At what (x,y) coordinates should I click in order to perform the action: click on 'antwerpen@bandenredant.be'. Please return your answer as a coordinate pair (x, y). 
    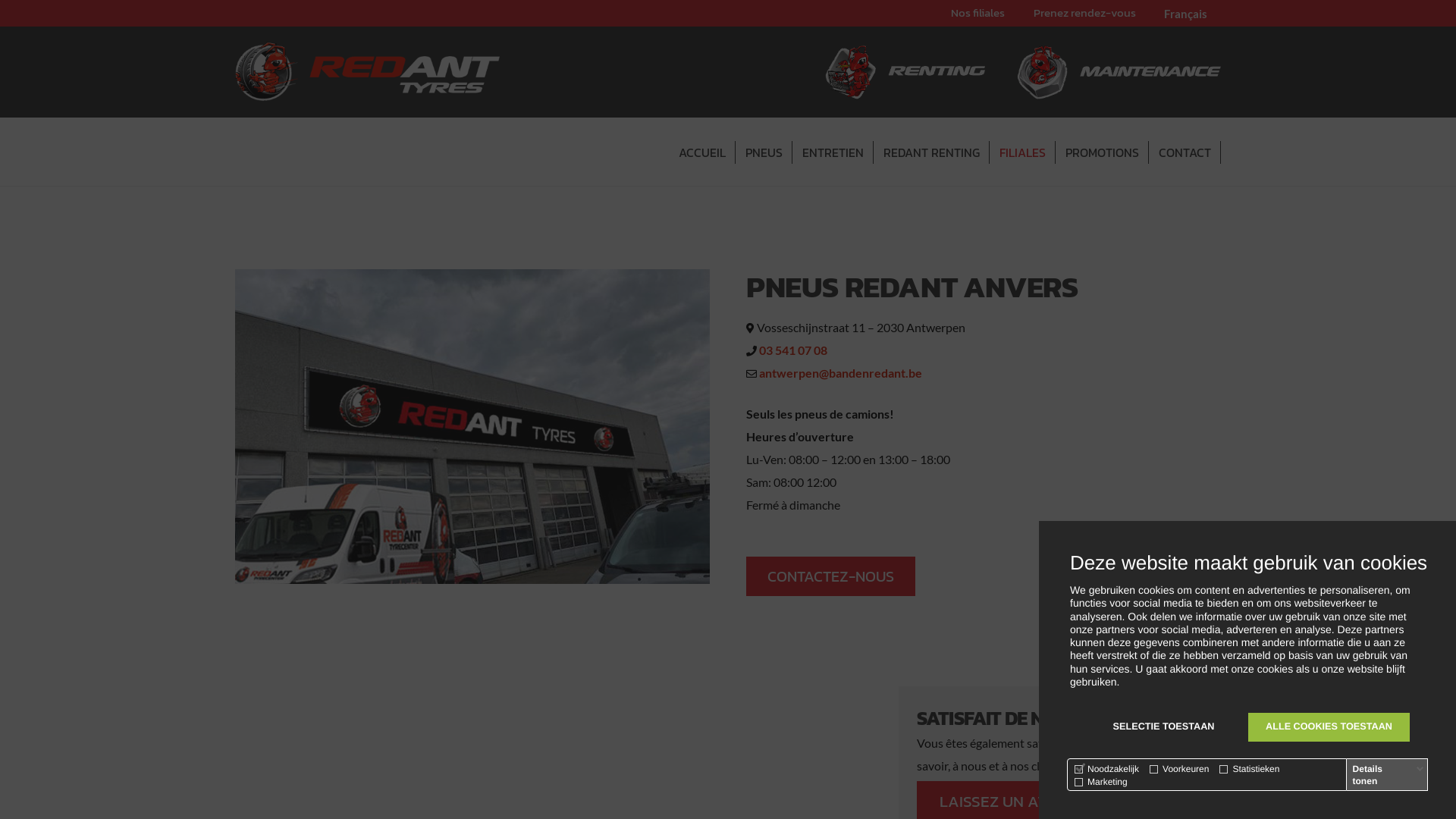
    Looking at the image, I should click on (839, 372).